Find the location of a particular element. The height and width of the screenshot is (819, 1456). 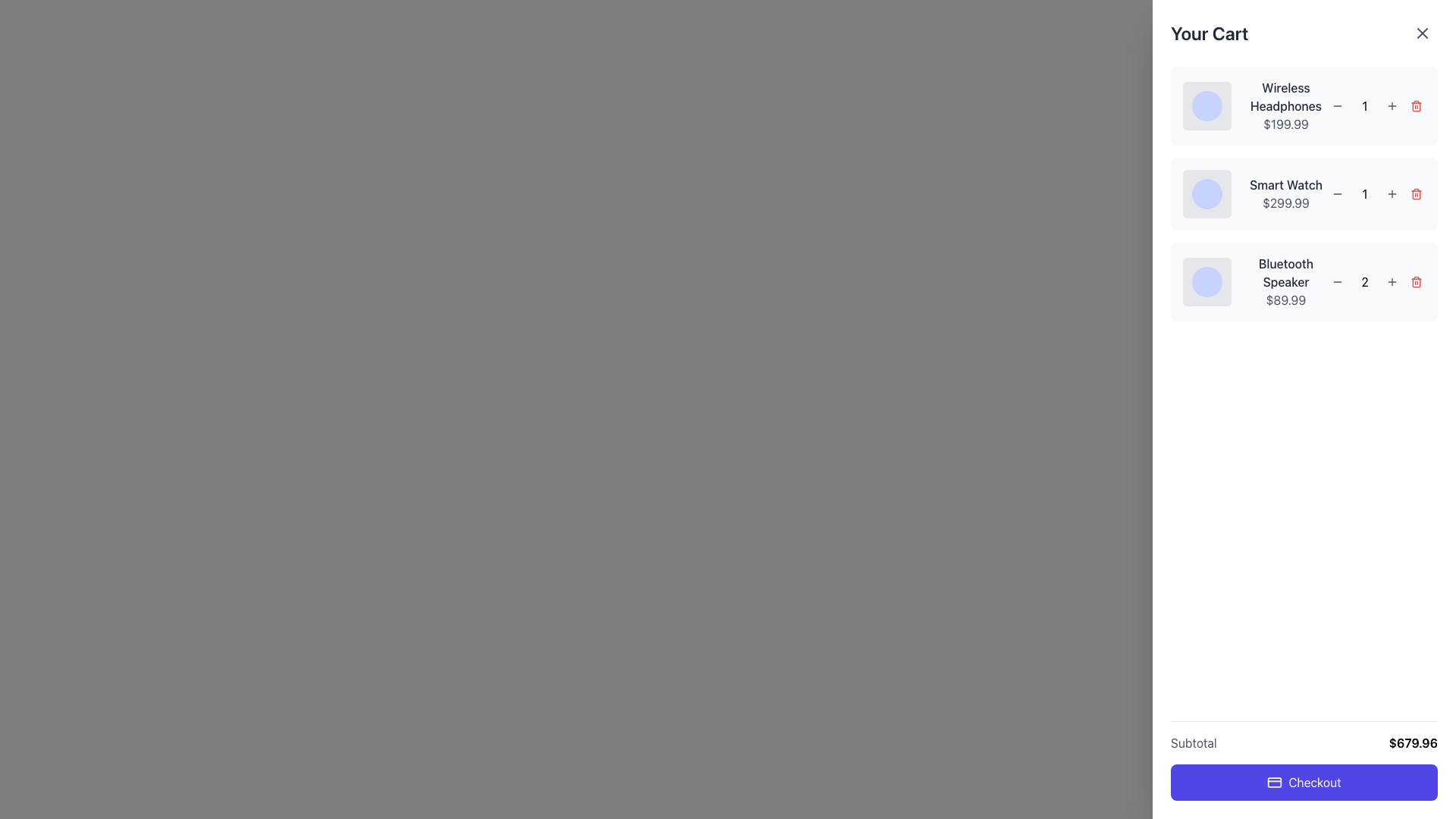

the price display element showing '$89.99' in bold gray text, located below the product name 'Bluetooth Speaker' in the shopping cart interface is located at coordinates (1285, 300).